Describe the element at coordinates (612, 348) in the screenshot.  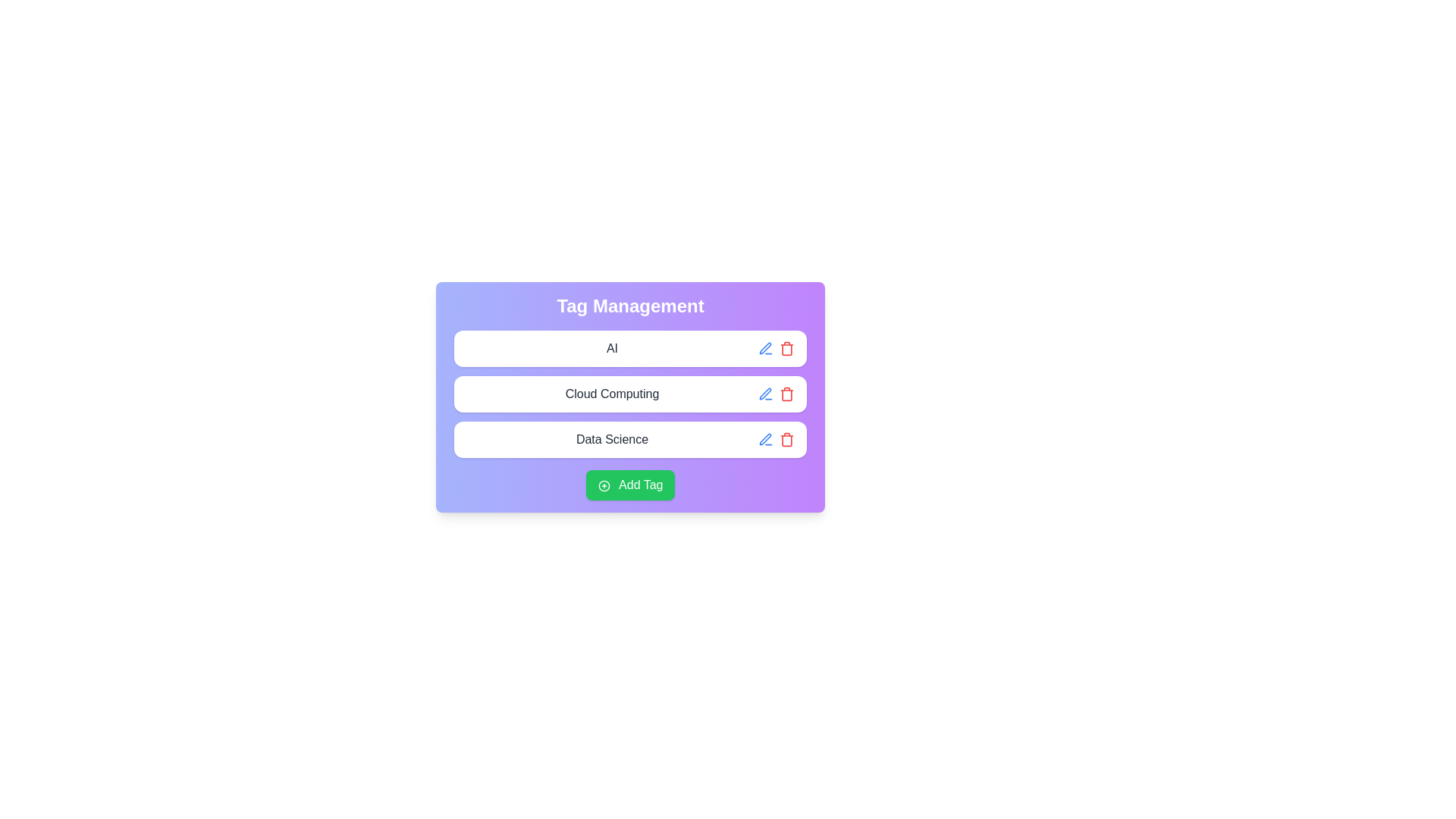
I see `the 'AI' text label located in the 'Tag Management' section, which is the first label in a vertical list and positioned above 'Cloud Computing' and 'Data Science'` at that location.